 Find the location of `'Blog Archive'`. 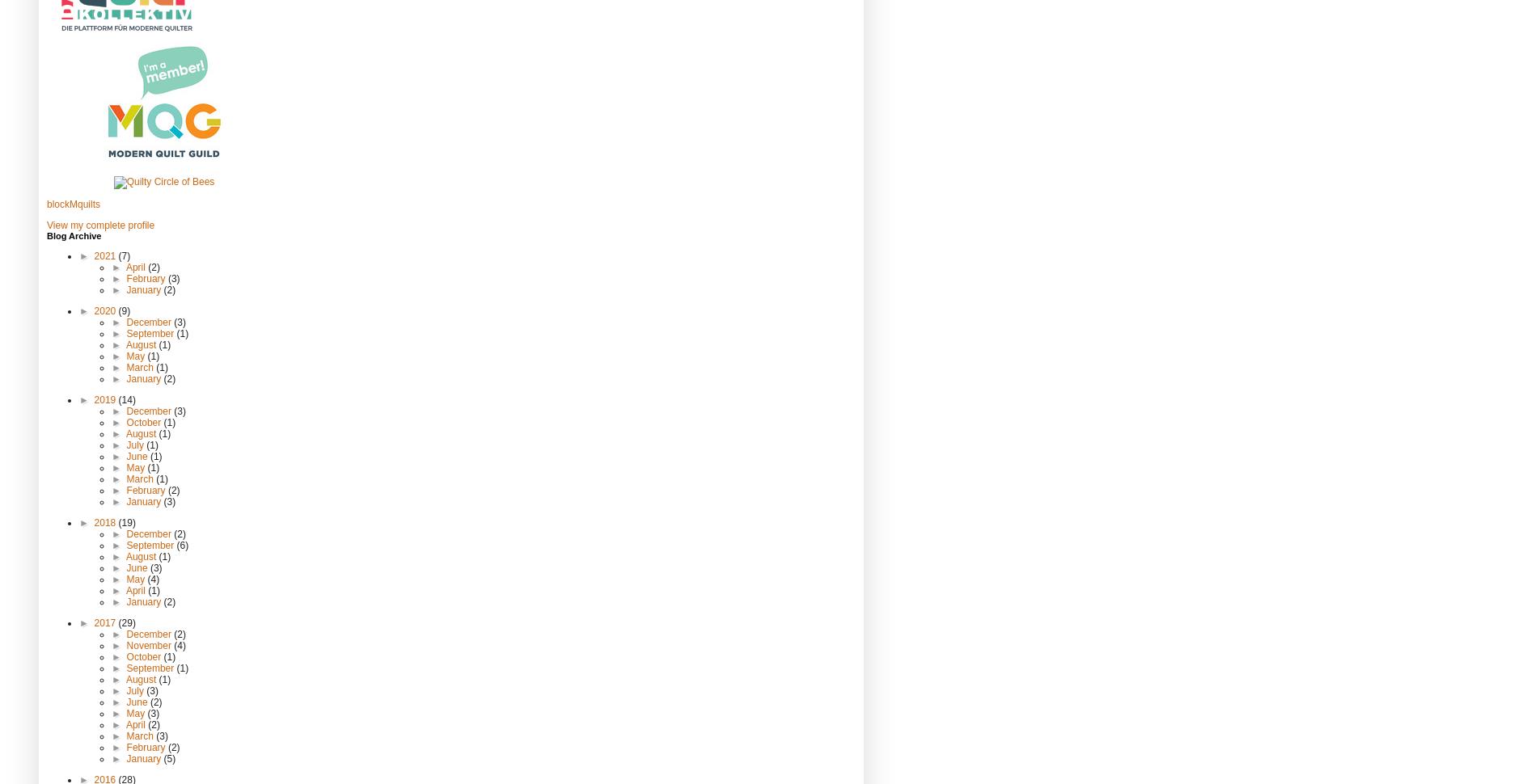

'Blog Archive' is located at coordinates (74, 235).